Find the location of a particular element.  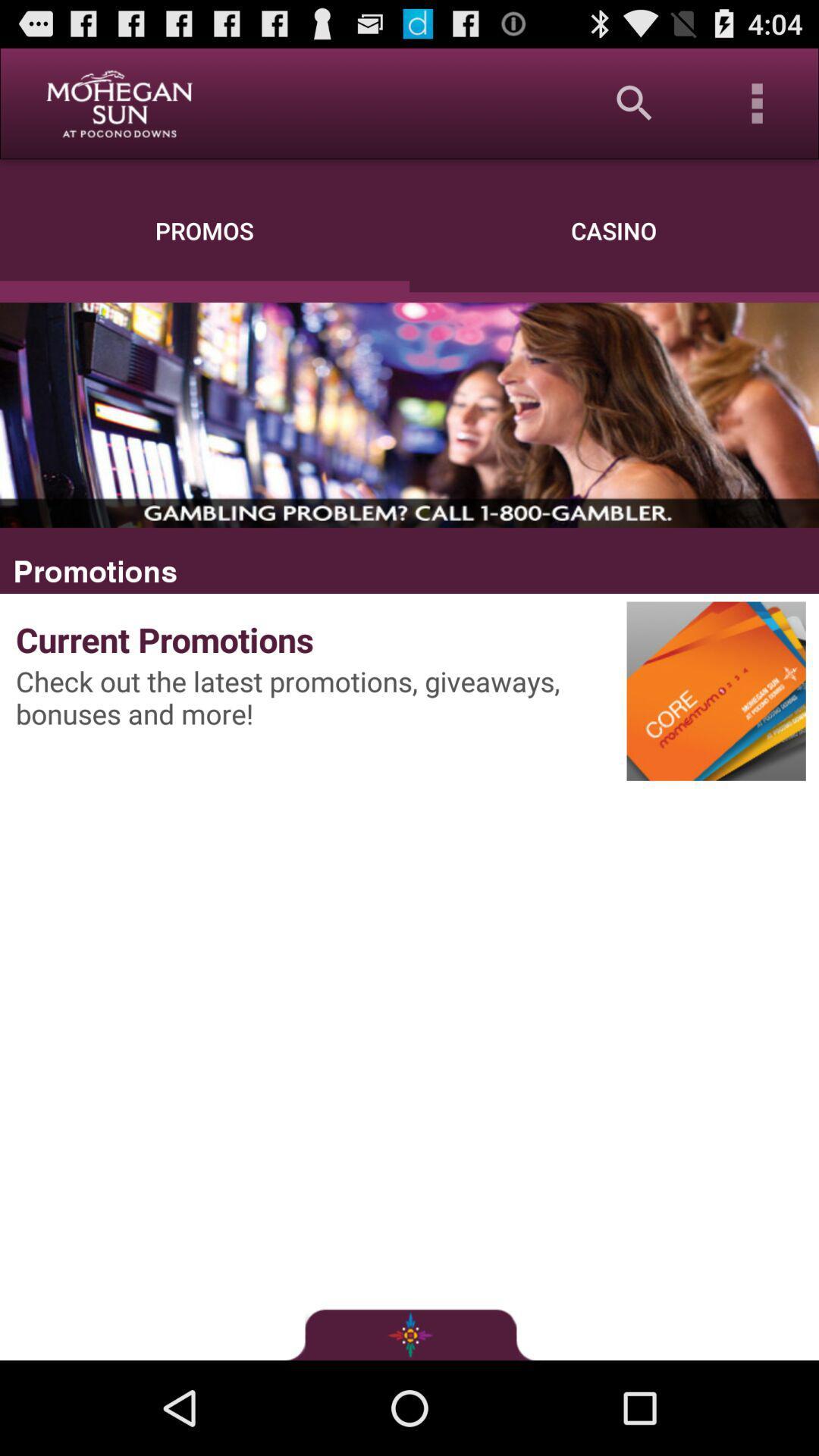

menu options is located at coordinates (758, 102).